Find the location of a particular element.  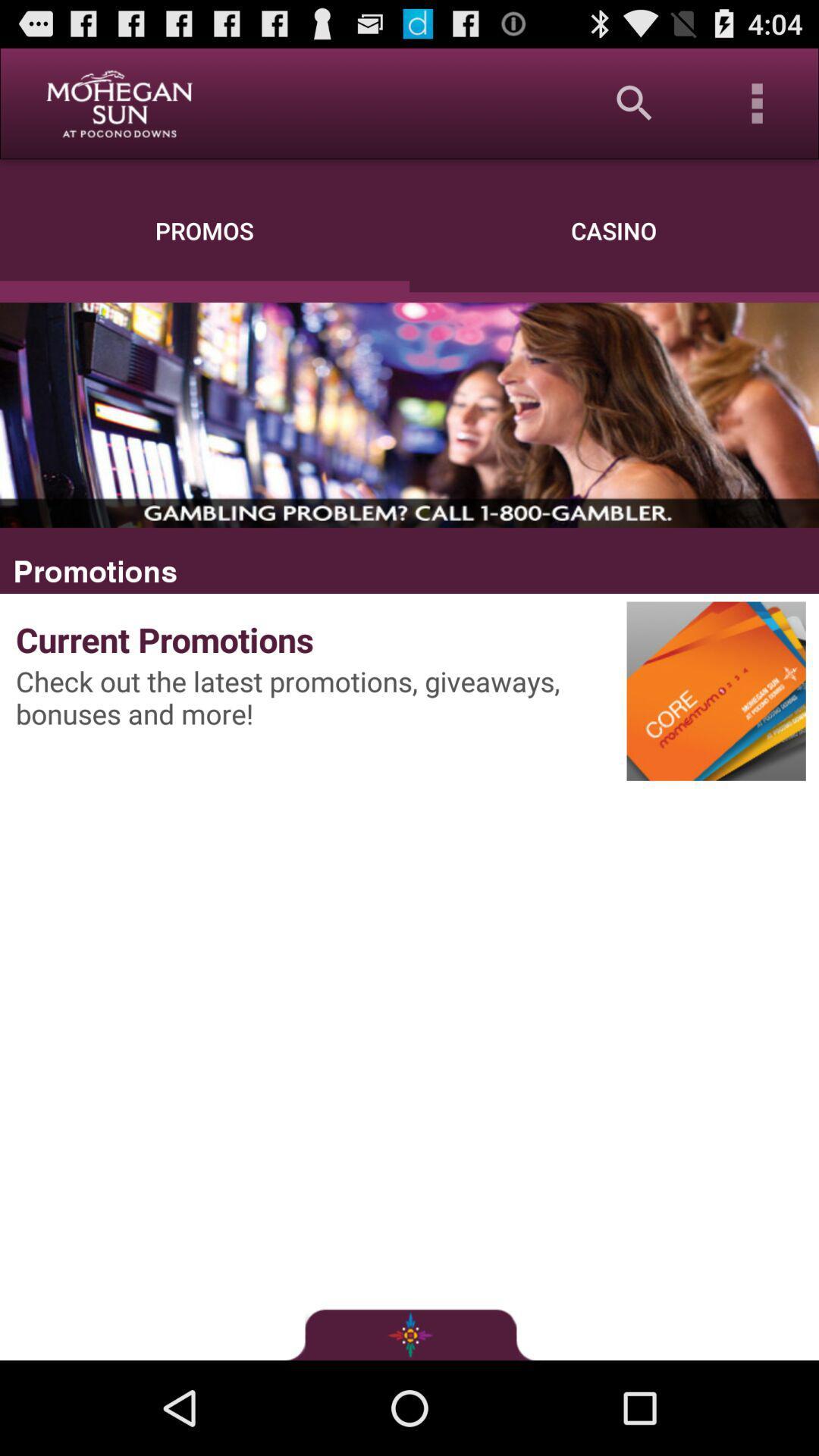

menu options is located at coordinates (758, 102).